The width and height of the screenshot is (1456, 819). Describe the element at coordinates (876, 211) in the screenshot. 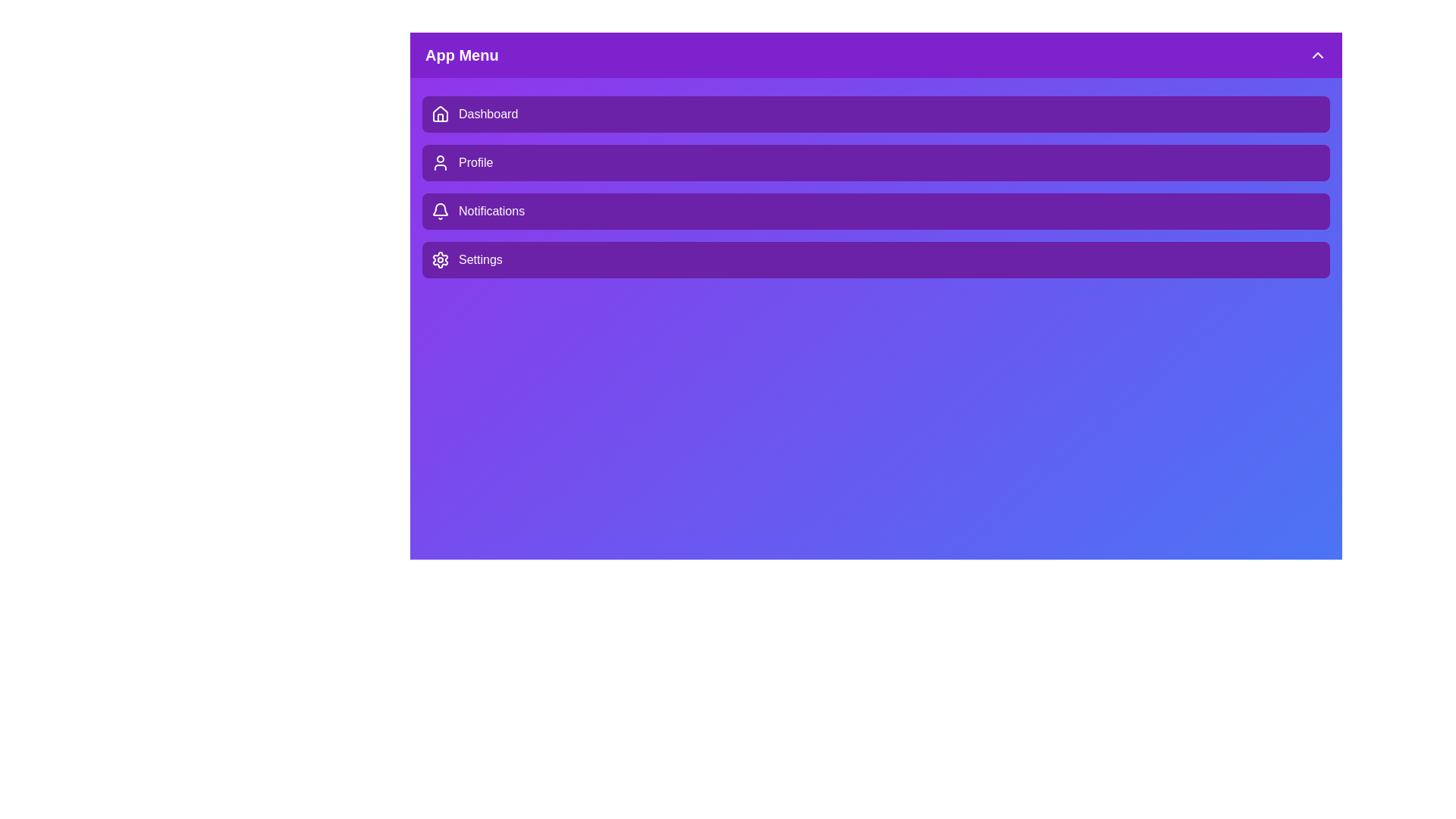

I see `the menu item Notifications to observe hover effects` at that location.